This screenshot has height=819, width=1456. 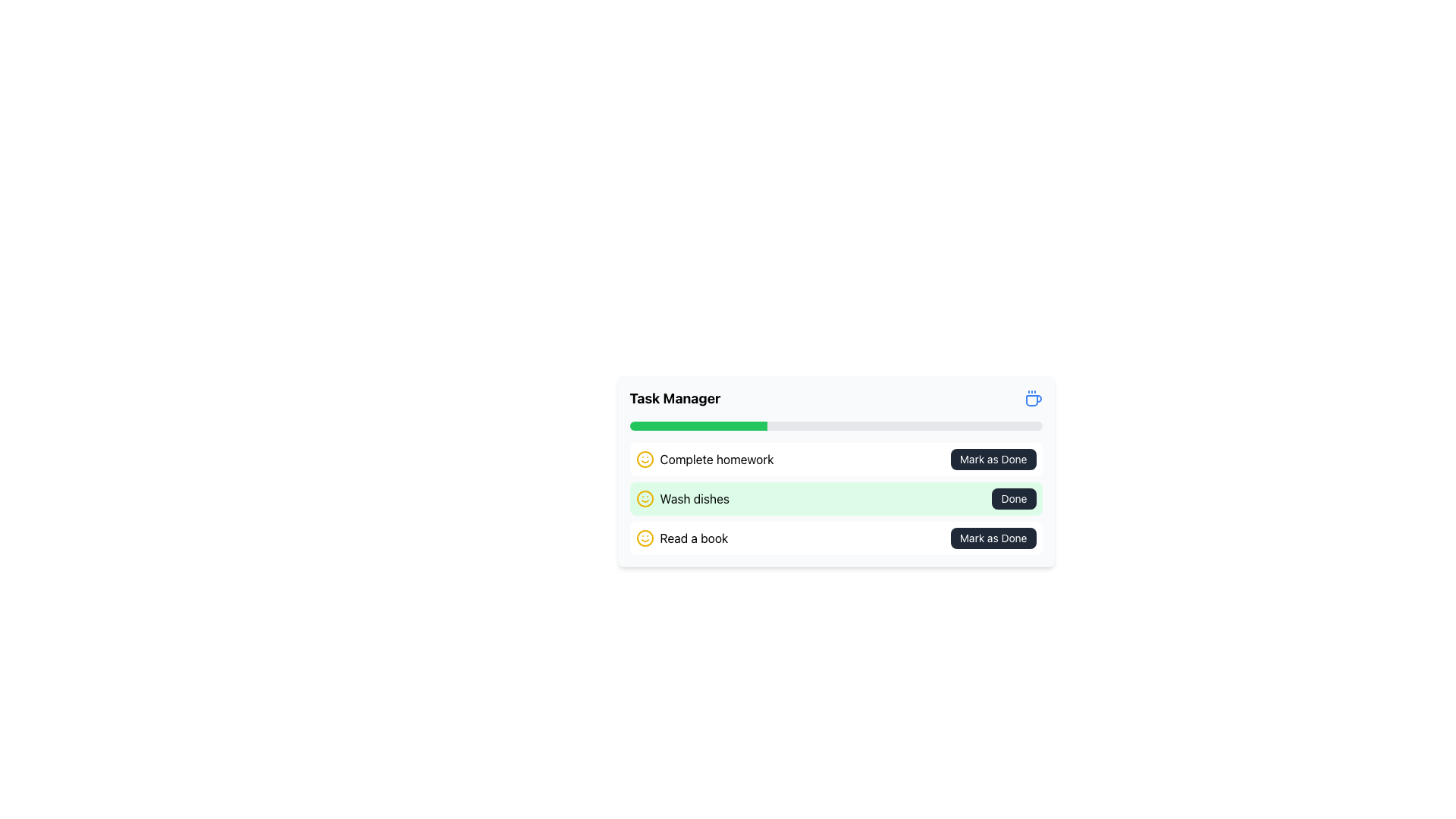 I want to click on the cheerful or neutral sentiment icon representing the task 'Wash dishes', located to the left of the text within the second task item in the Task Manager's list, so click(x=645, y=499).